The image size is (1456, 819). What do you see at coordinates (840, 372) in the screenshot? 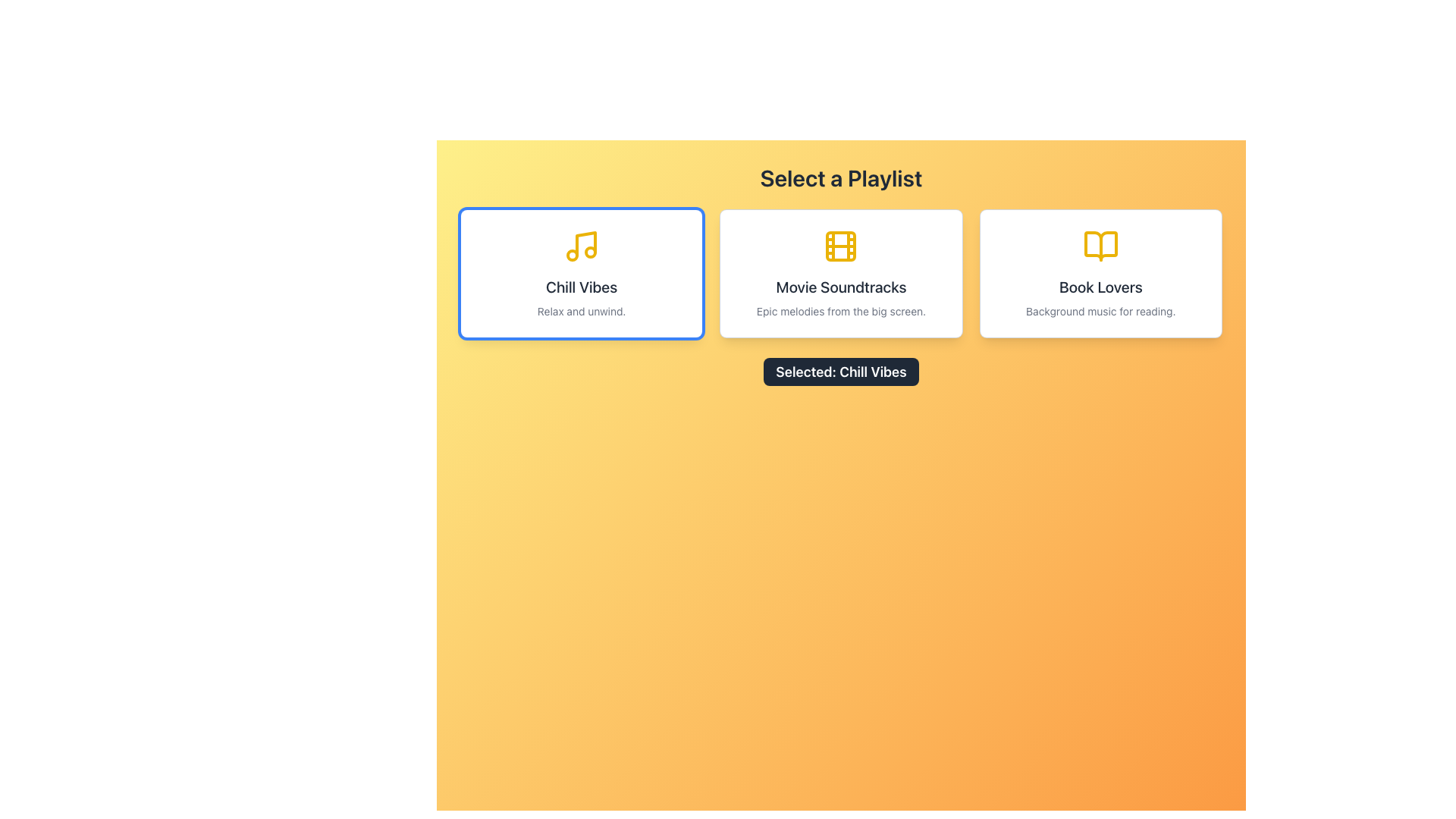
I see `the text display element that states 'Selected: Chill Vibes', which is styled with a bold font and white text on a rounded rectangular dark gray background, positioned below the playlist selection area` at bounding box center [840, 372].